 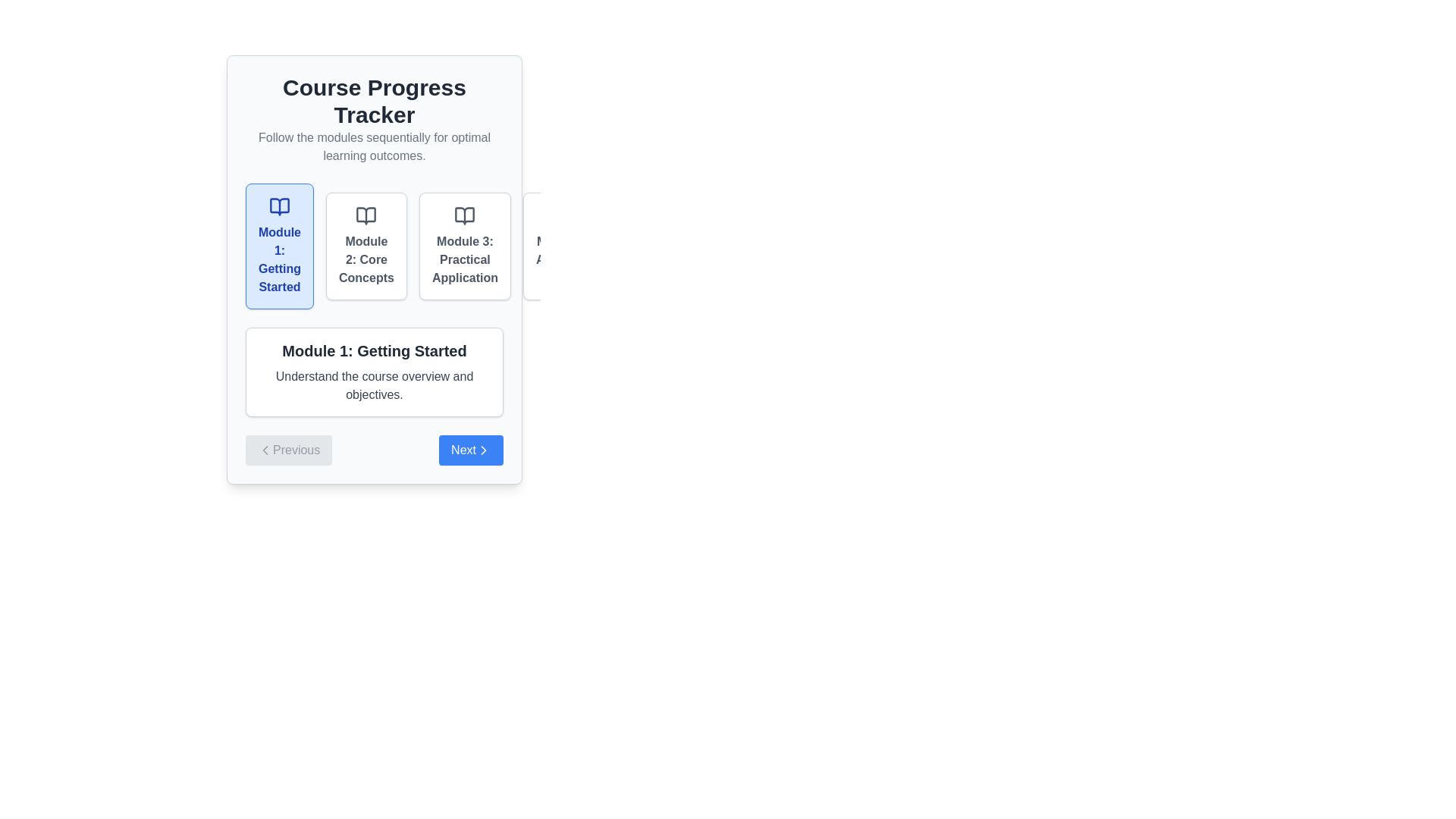 What do you see at coordinates (366, 259) in the screenshot?
I see `the text label reading 'Module 2: Core Concepts', which is centrally located within its card, between 'Module 1: Getting Started' and 'Module 3: Practical Application'` at bounding box center [366, 259].